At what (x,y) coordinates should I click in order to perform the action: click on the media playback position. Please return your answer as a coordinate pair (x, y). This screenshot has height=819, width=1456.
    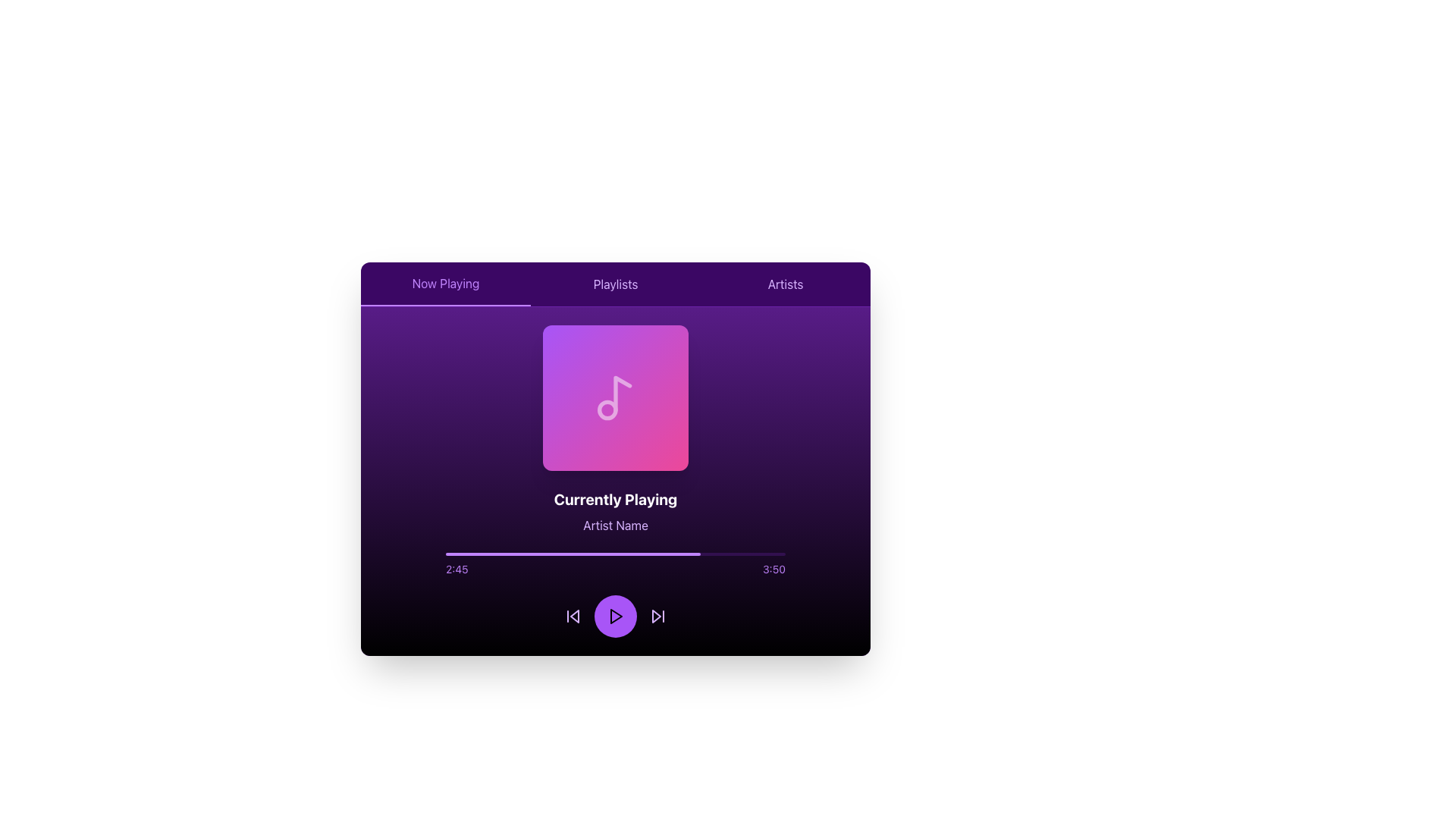
    Looking at the image, I should click on (502, 554).